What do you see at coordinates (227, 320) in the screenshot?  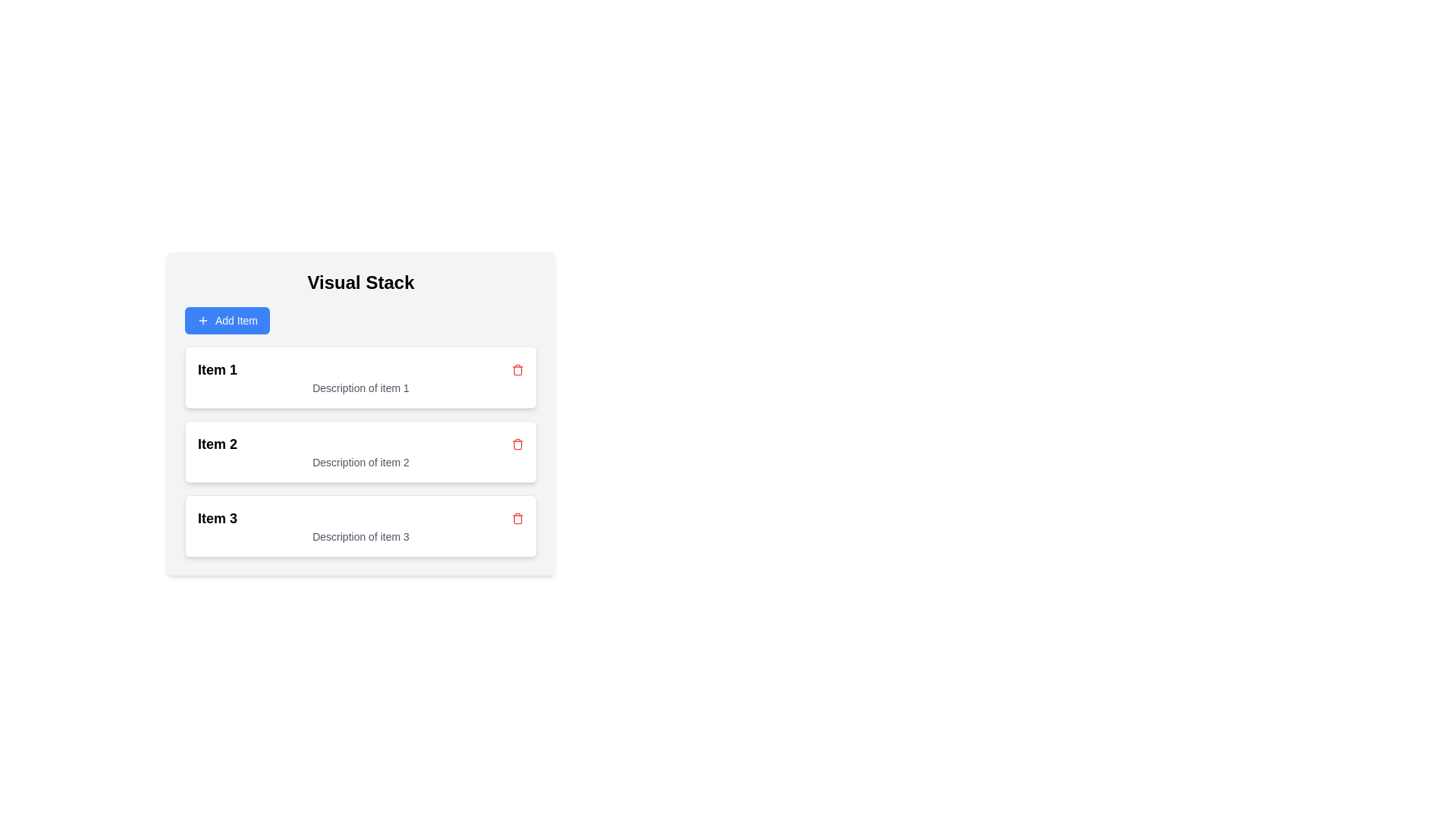 I see `the 'Add Item' button with a blue background and white text located below the 'Visual Stack' header` at bounding box center [227, 320].